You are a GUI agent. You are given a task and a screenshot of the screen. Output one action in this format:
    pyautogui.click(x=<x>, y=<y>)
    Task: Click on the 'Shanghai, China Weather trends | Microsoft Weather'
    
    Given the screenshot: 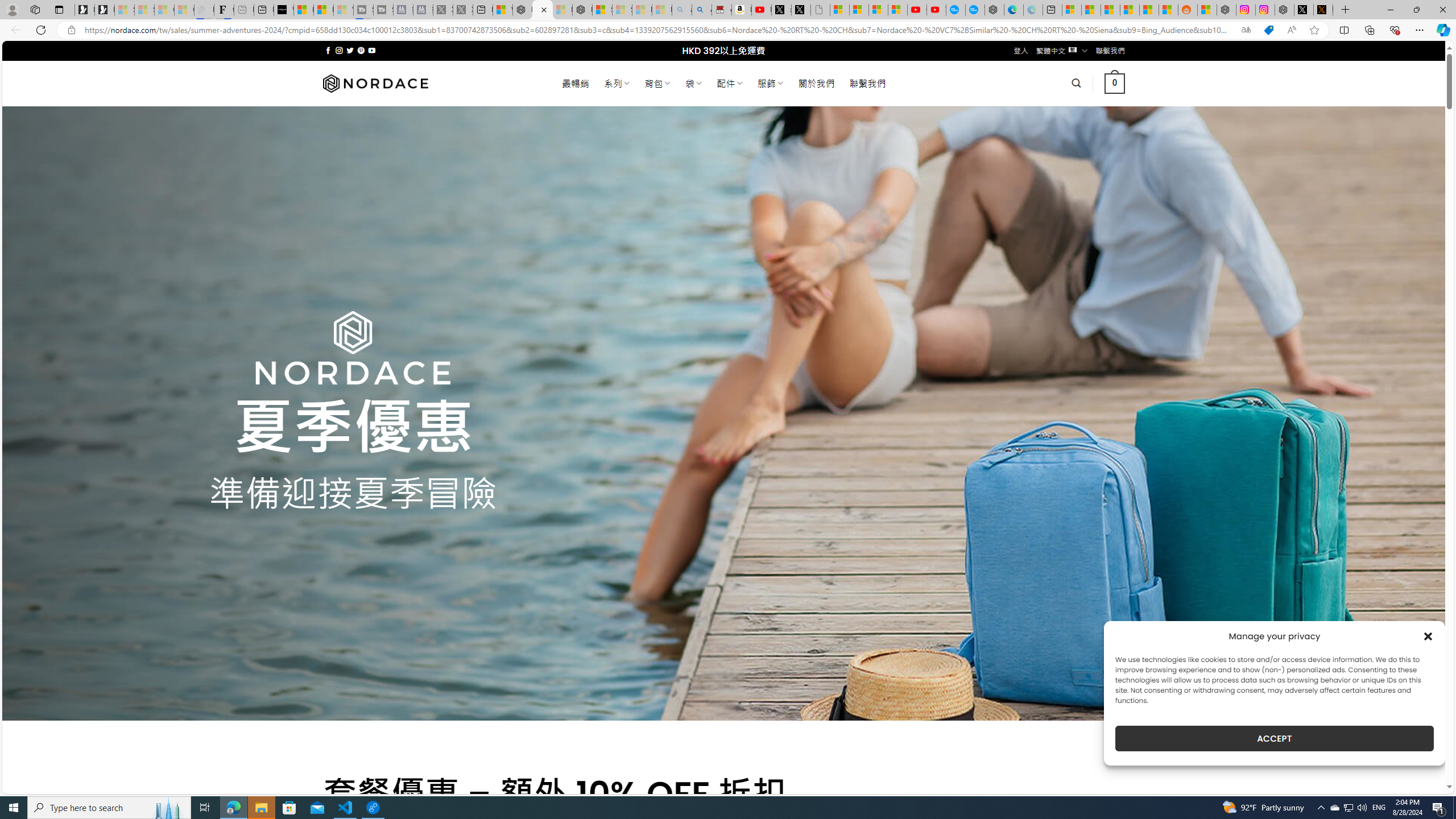 What is the action you would take?
    pyautogui.click(x=1168, y=9)
    